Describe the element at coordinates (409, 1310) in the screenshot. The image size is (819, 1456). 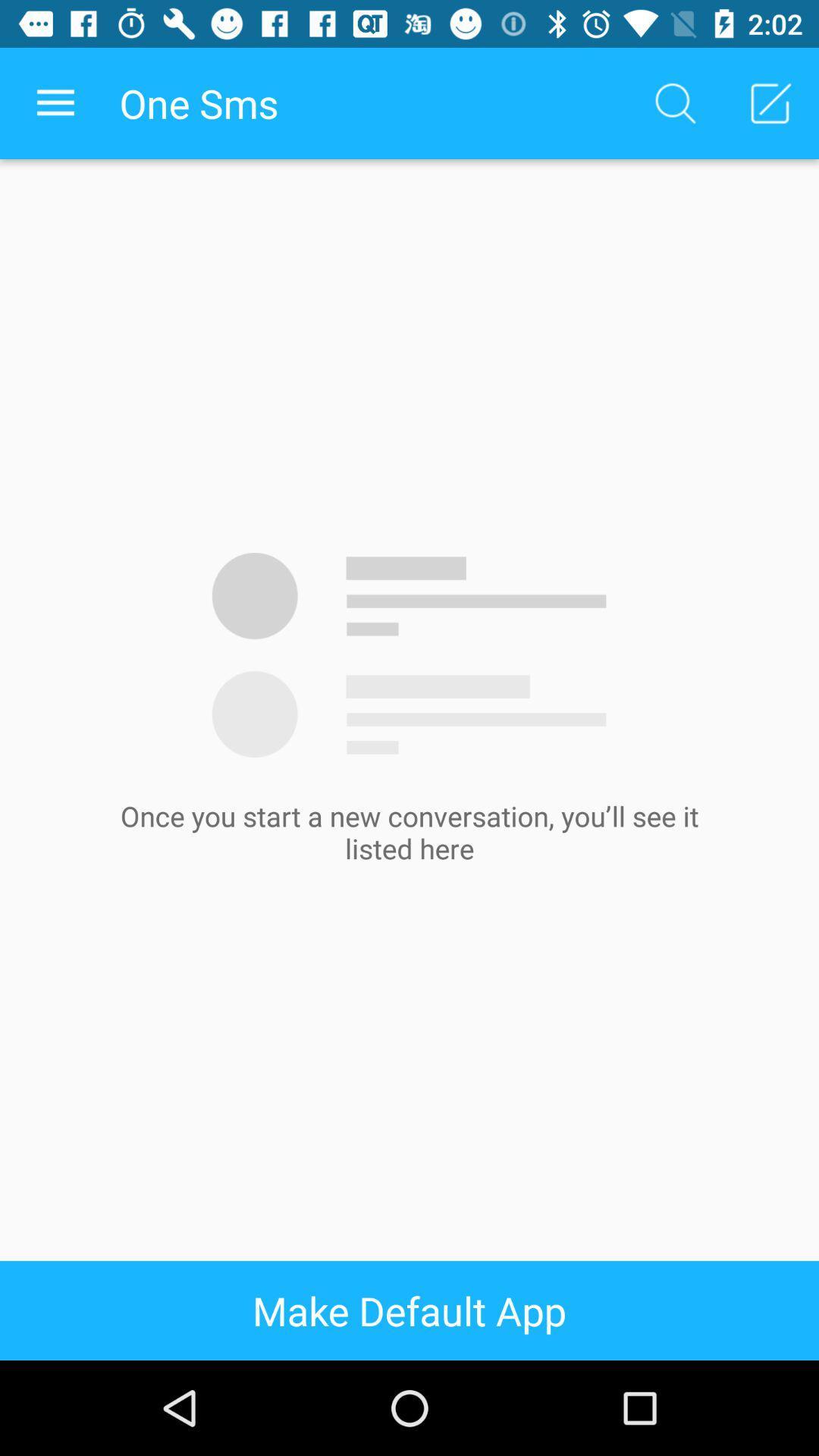
I see `icon at the bottom` at that location.